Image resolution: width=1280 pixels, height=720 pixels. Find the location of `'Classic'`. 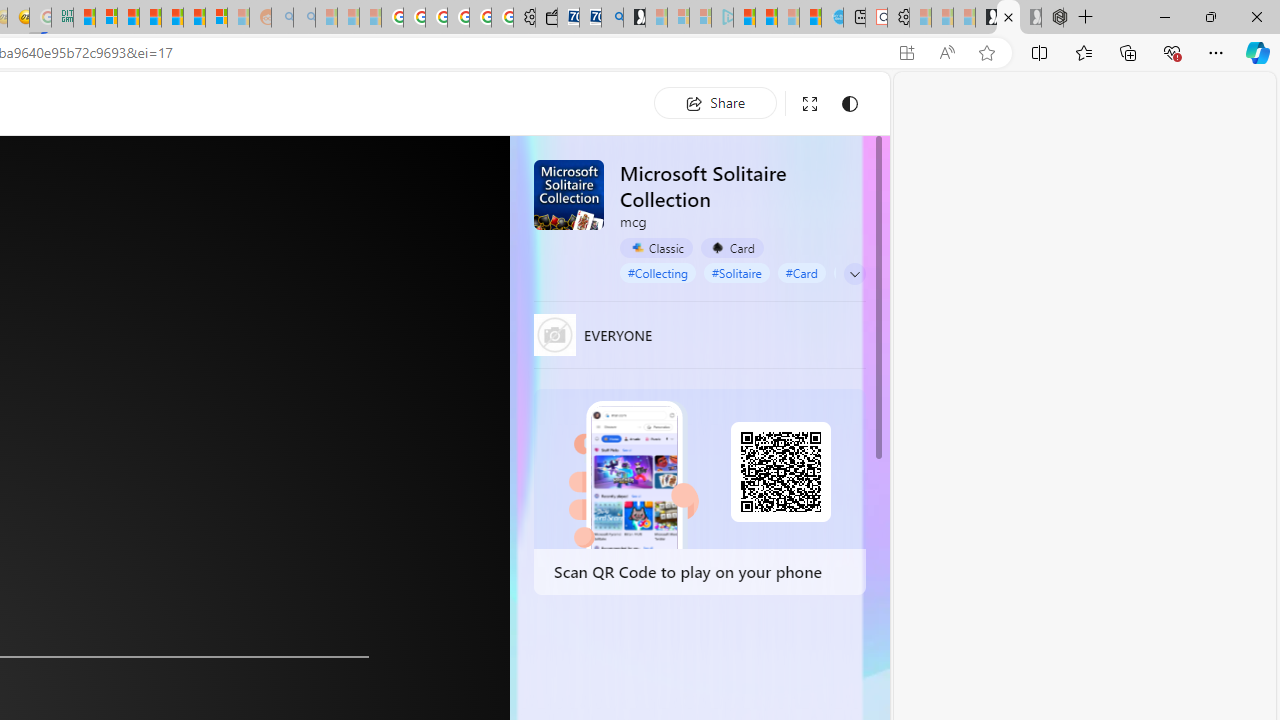

'Classic' is located at coordinates (656, 247).